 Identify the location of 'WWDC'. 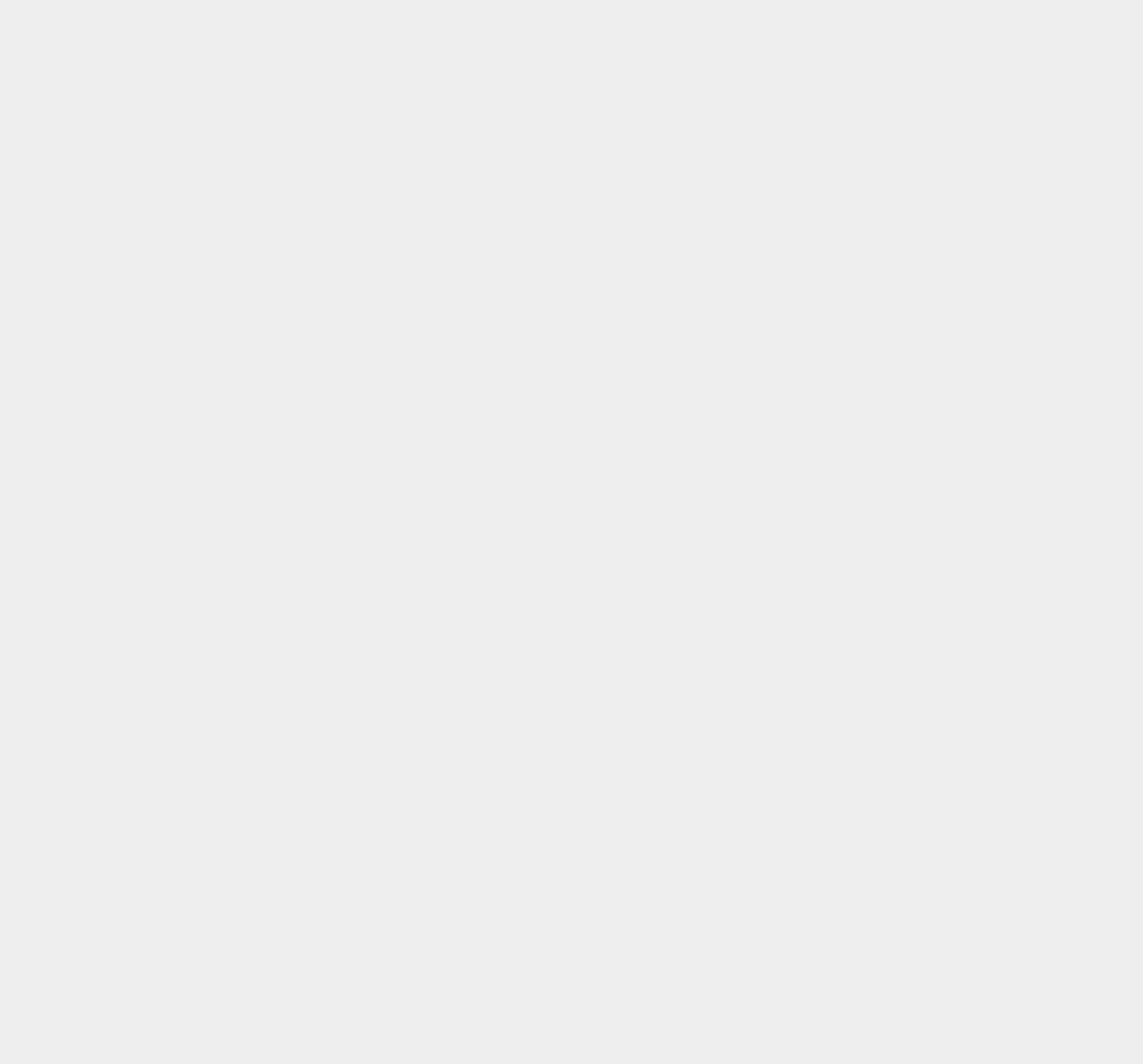
(827, 633).